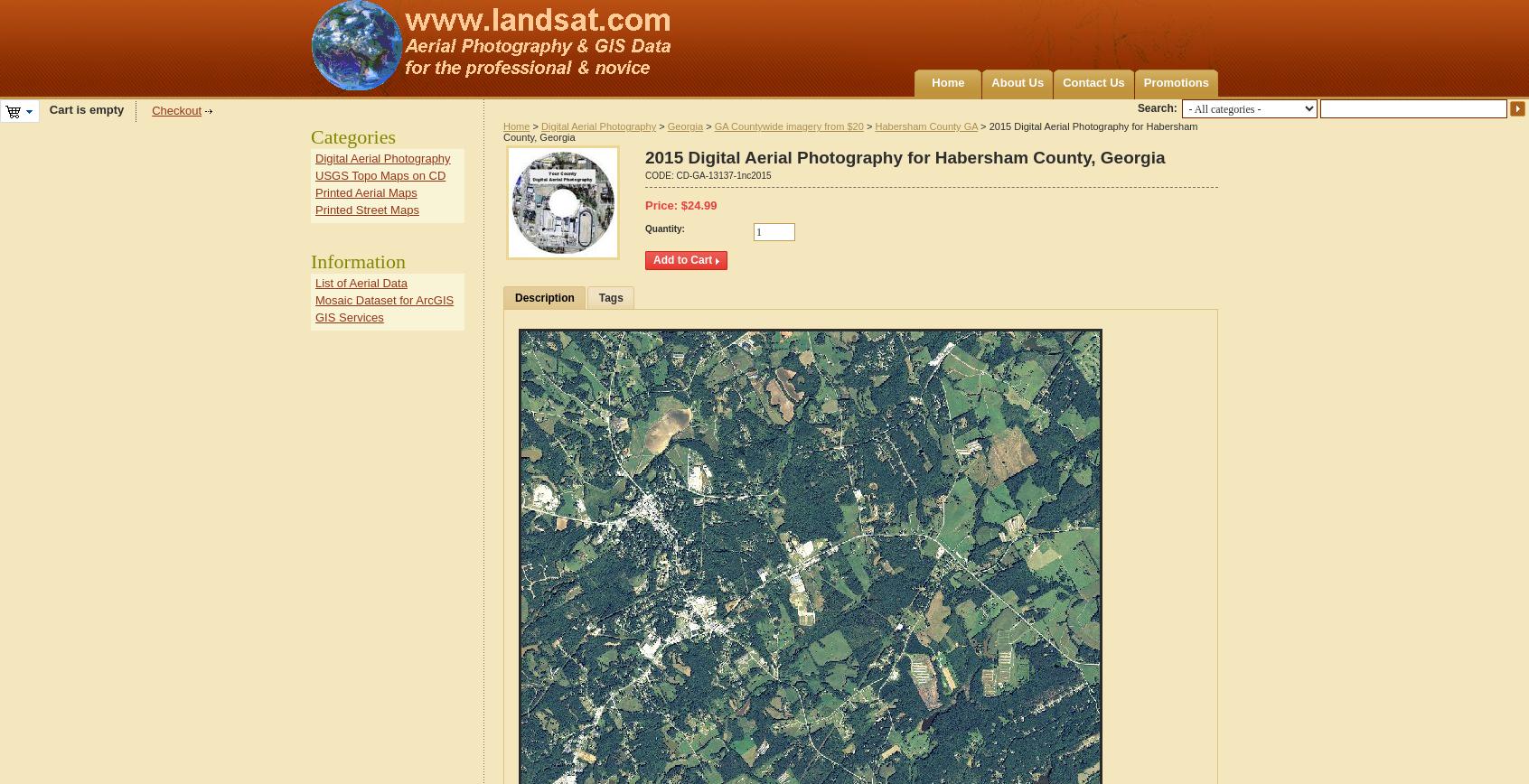 The width and height of the screenshot is (1529, 784). Describe the element at coordinates (352, 136) in the screenshot. I see `'Categories'` at that location.